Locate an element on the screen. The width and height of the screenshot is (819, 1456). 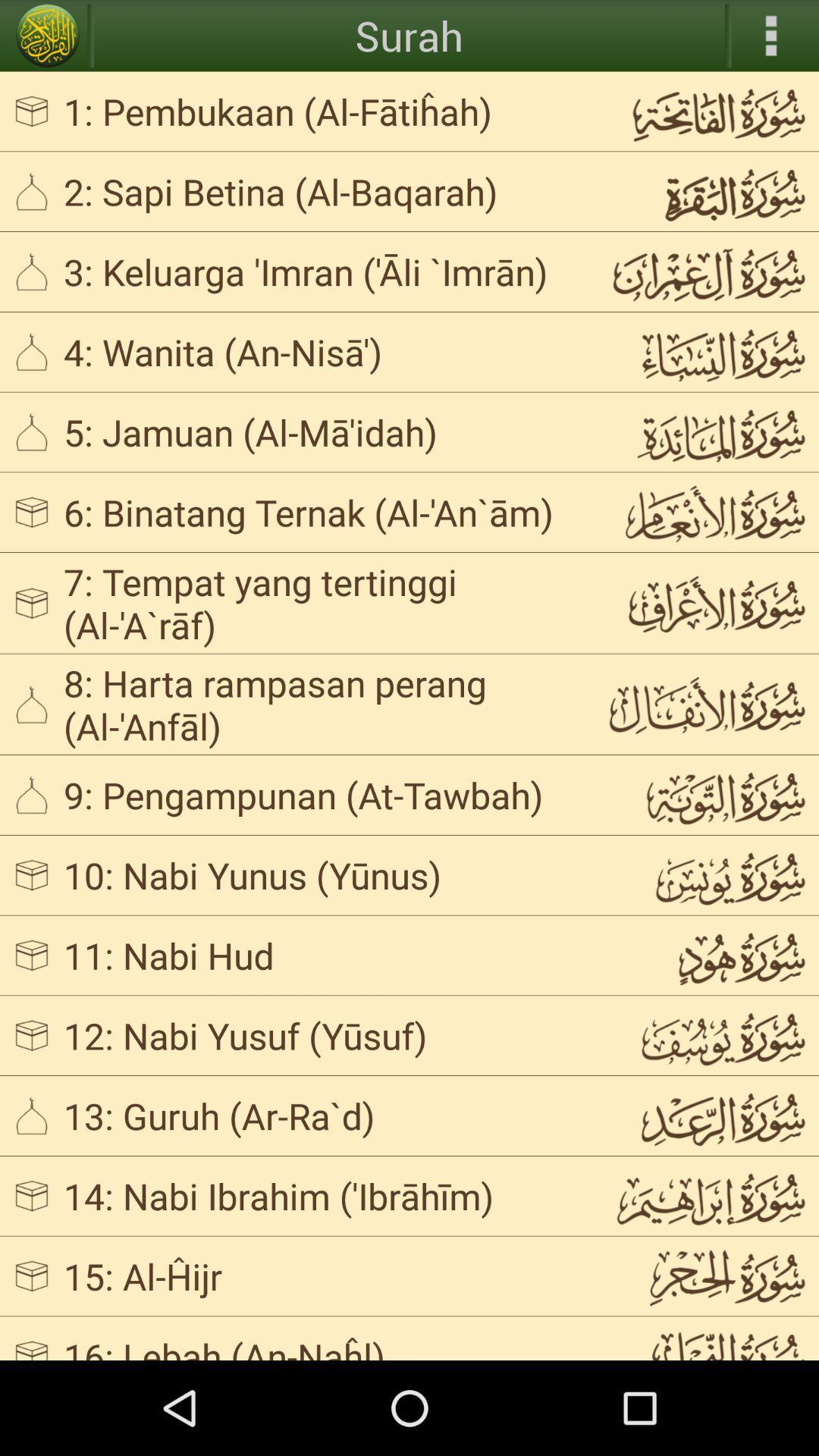
app above 8 harta rampasan is located at coordinates (322, 602).